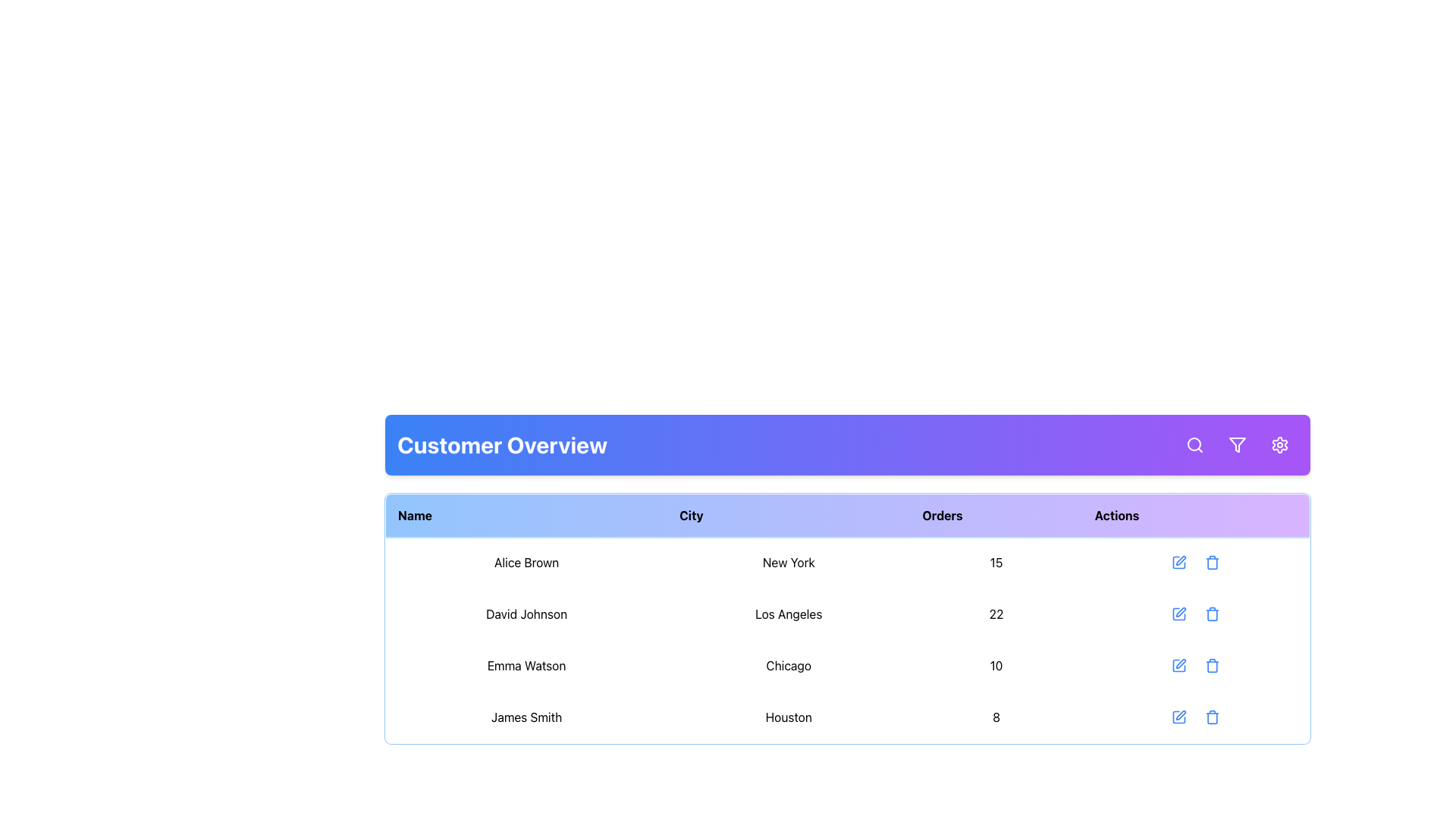 Image resolution: width=1456 pixels, height=819 pixels. I want to click on the 'Edit' icon button in the 'Actions' column of the third row for 'Emma Watson', so click(1178, 665).